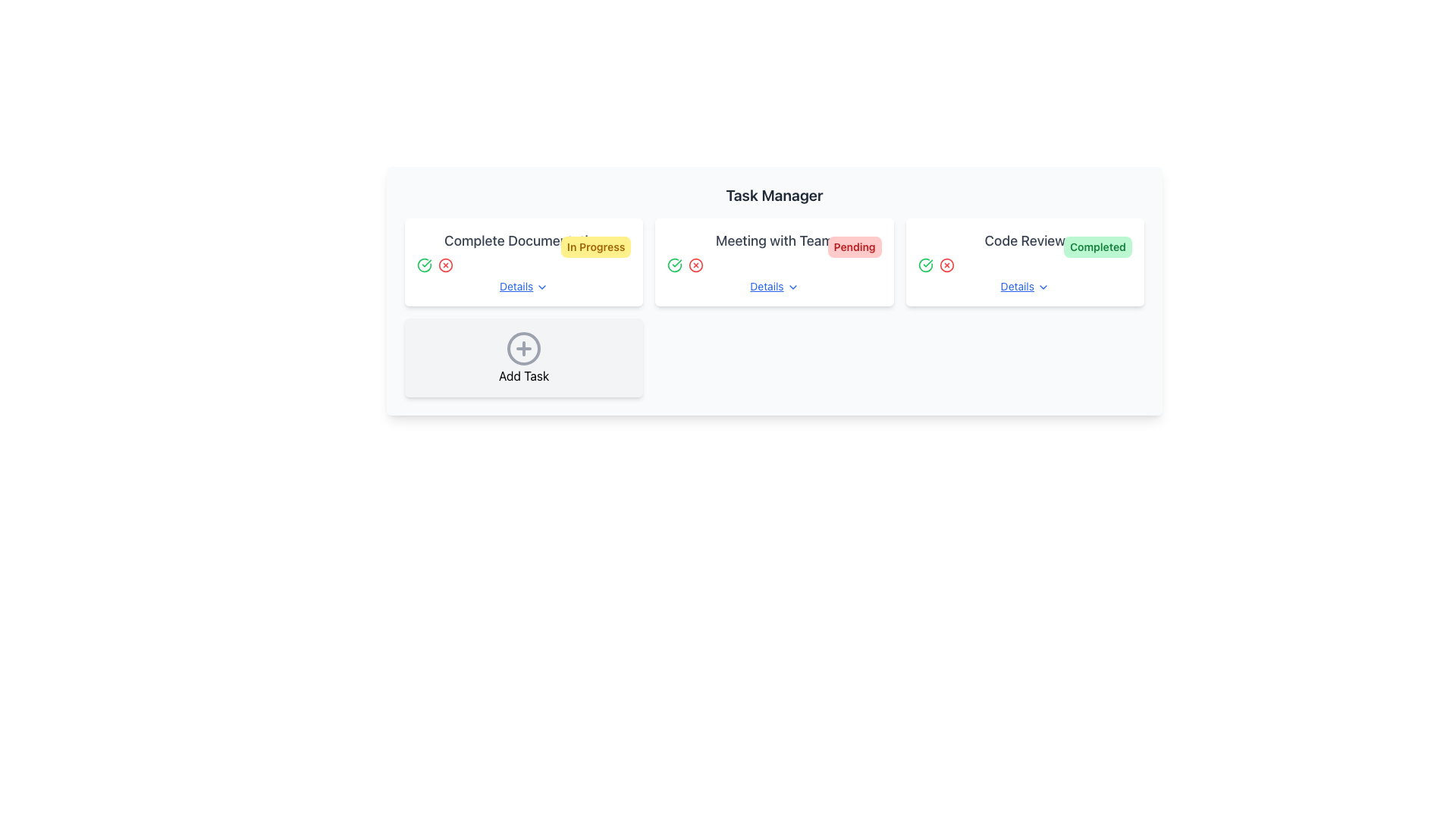 Image resolution: width=1456 pixels, height=819 pixels. Describe the element at coordinates (1025, 240) in the screenshot. I see `the text label located at the top-center of the card, which serves as the title or descriptive label for the task` at that location.